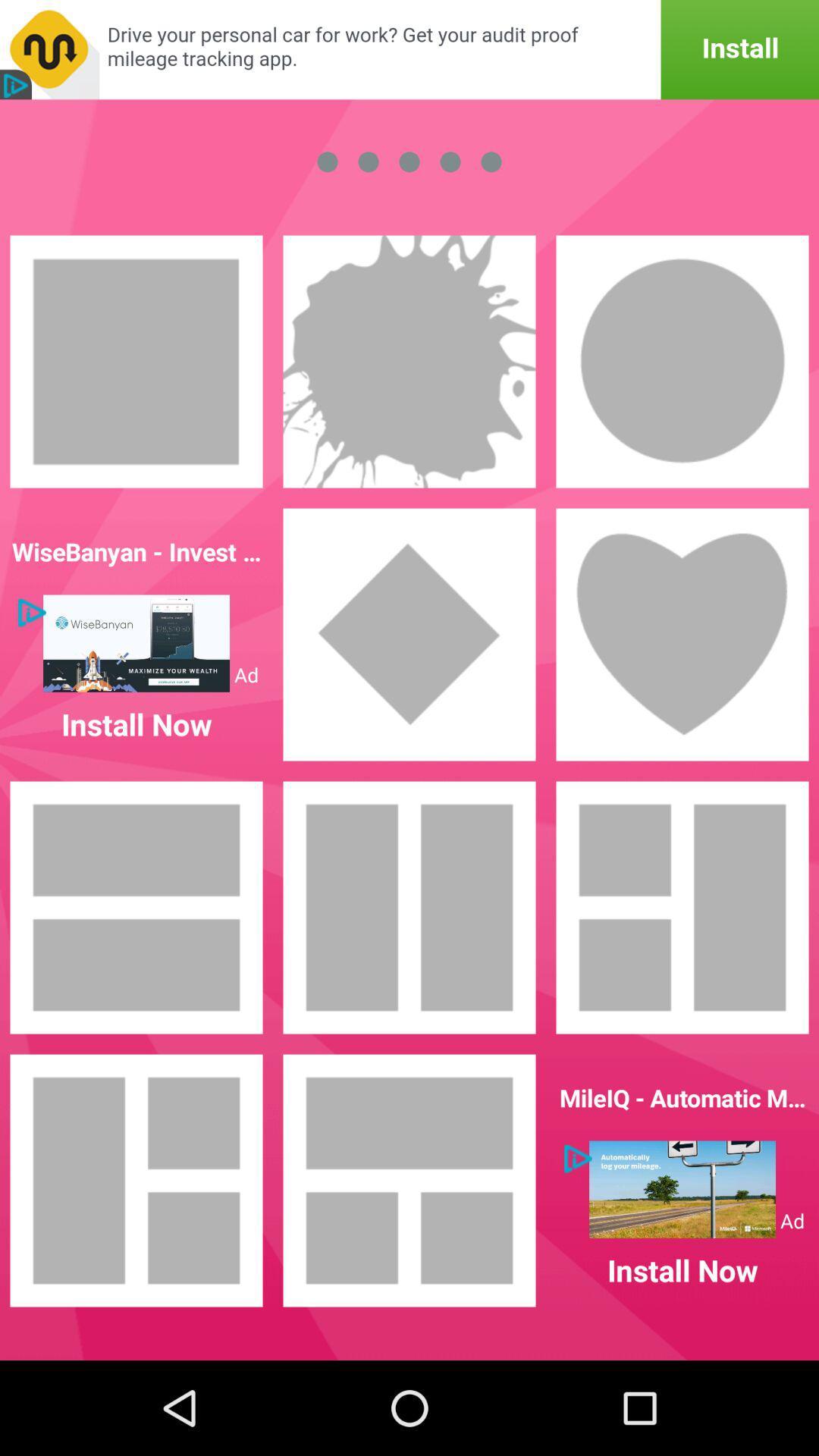 The height and width of the screenshot is (1456, 819). Describe the element at coordinates (409, 49) in the screenshot. I see `an advertisement` at that location.